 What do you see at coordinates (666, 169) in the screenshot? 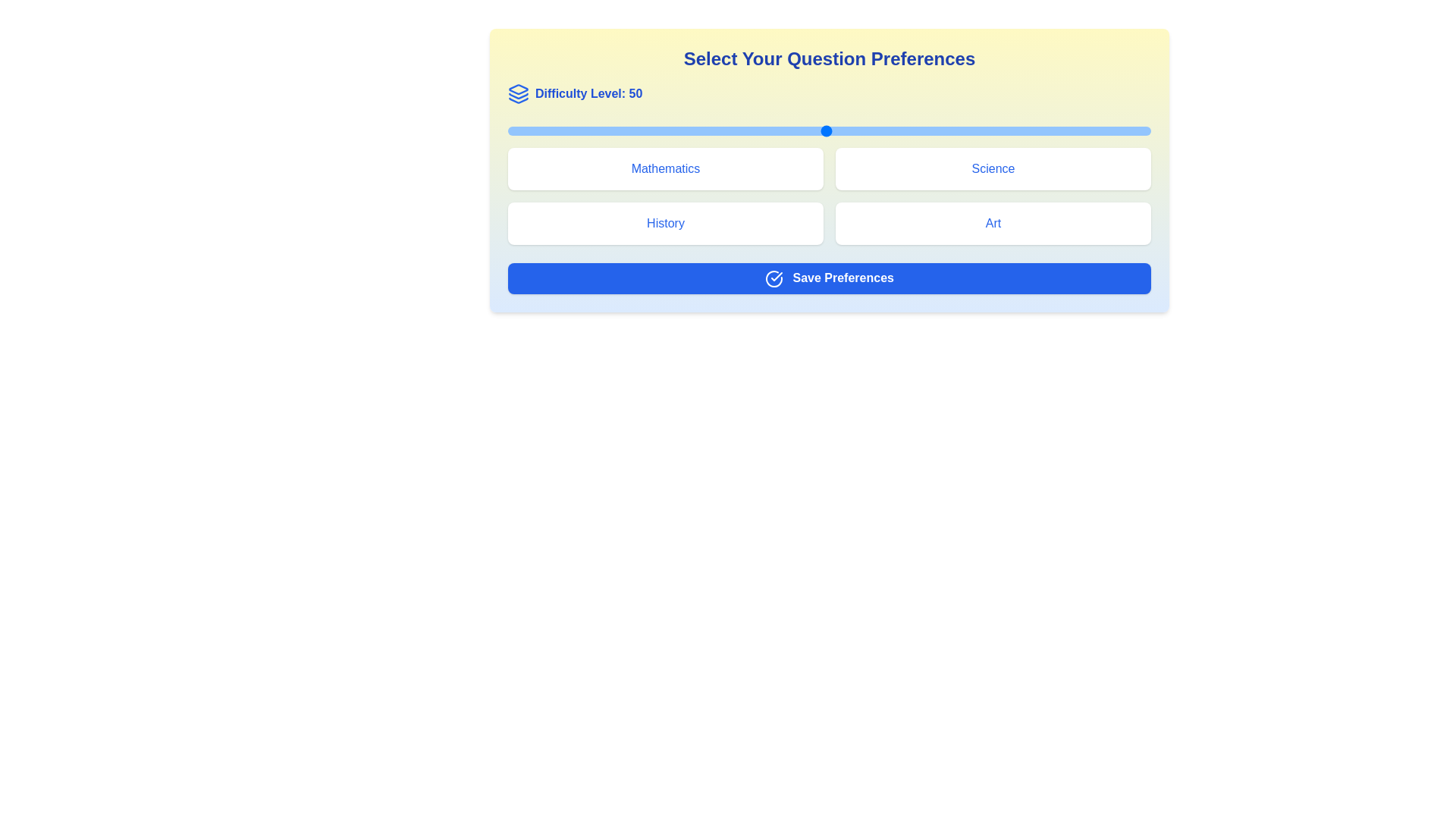
I see `the category Mathematics to select it` at bounding box center [666, 169].